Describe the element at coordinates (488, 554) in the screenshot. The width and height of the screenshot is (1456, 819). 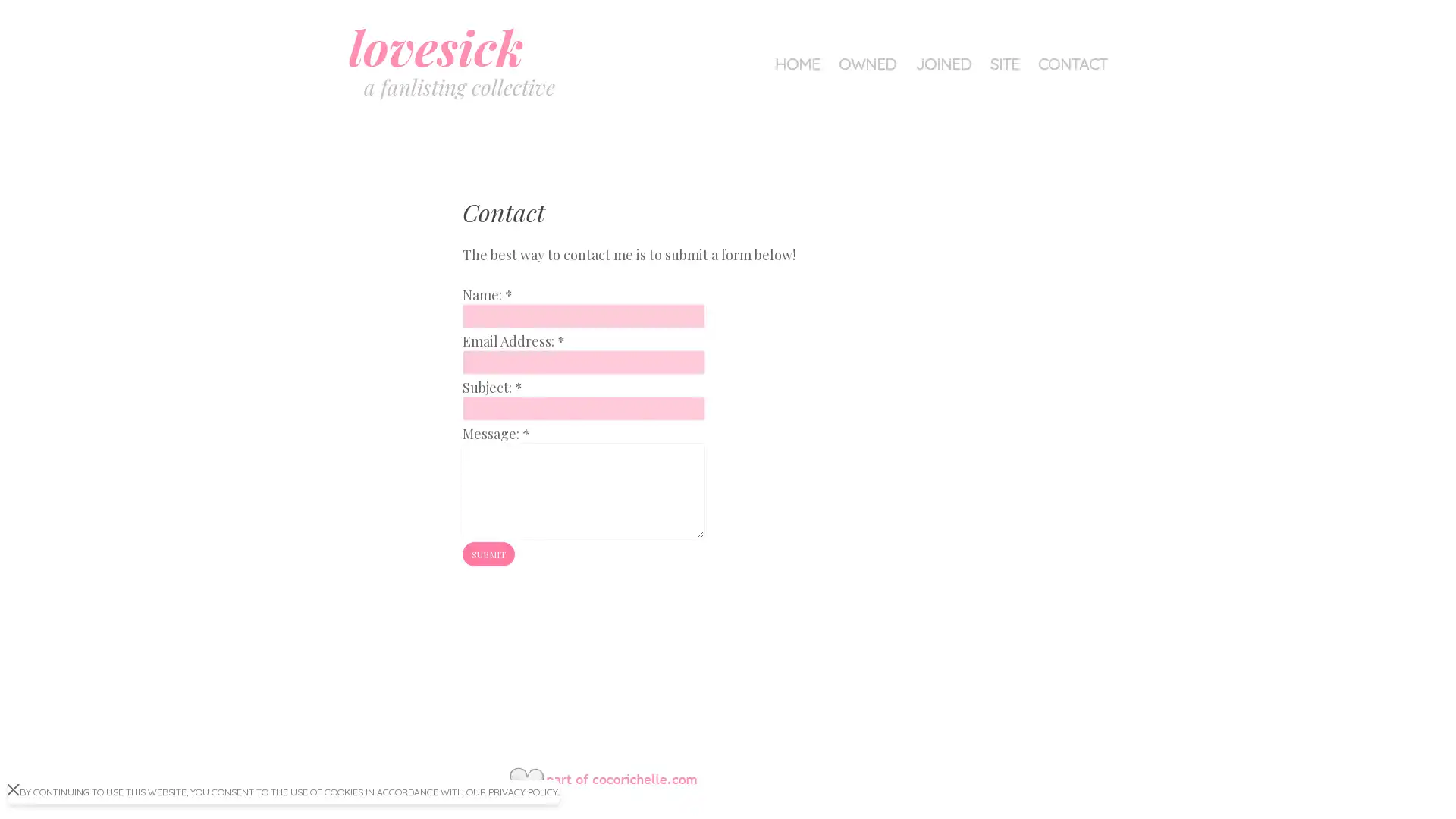
I see `Submit` at that location.